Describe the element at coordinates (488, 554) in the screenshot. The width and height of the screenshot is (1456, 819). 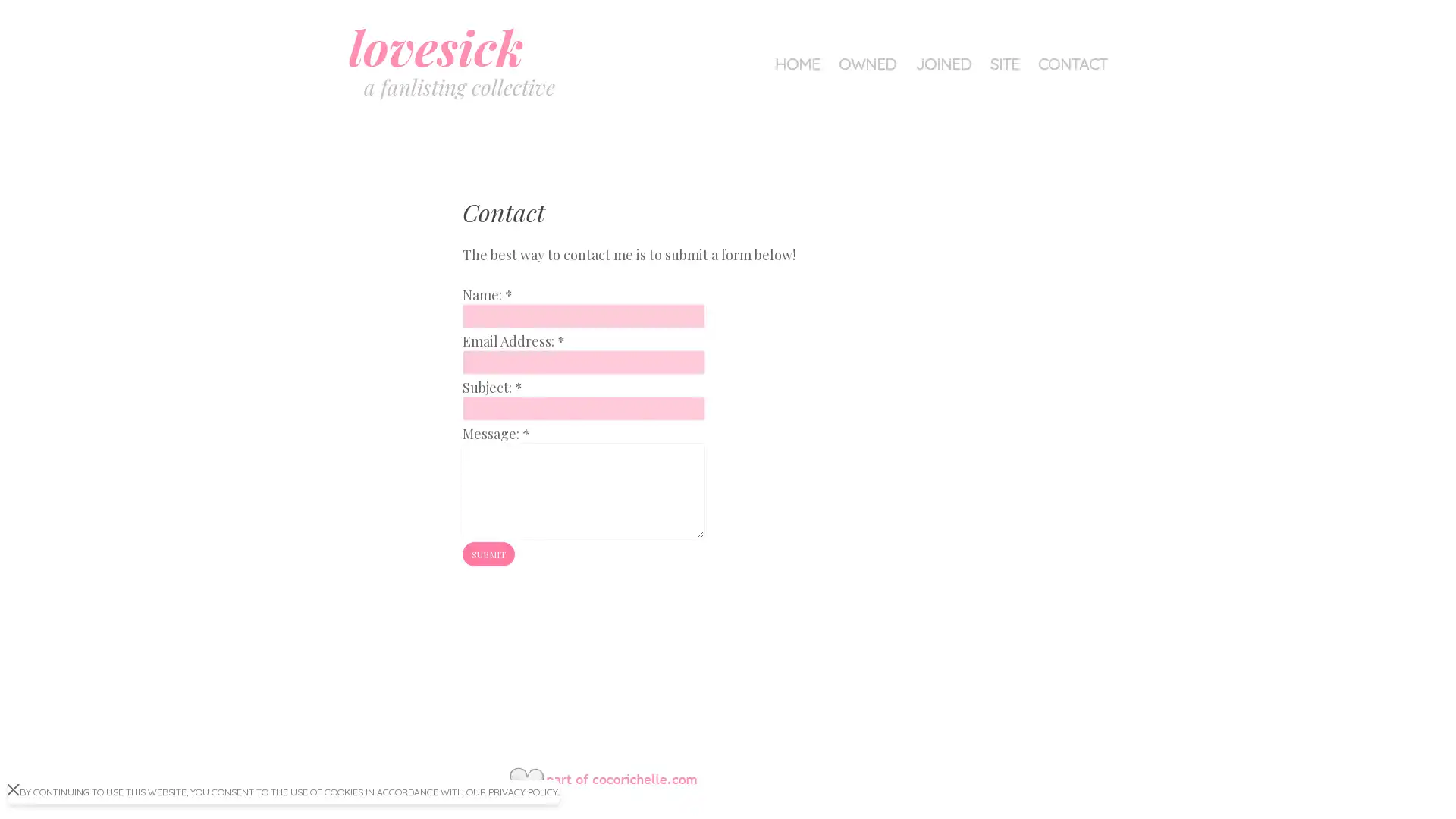
I see `Submit` at that location.